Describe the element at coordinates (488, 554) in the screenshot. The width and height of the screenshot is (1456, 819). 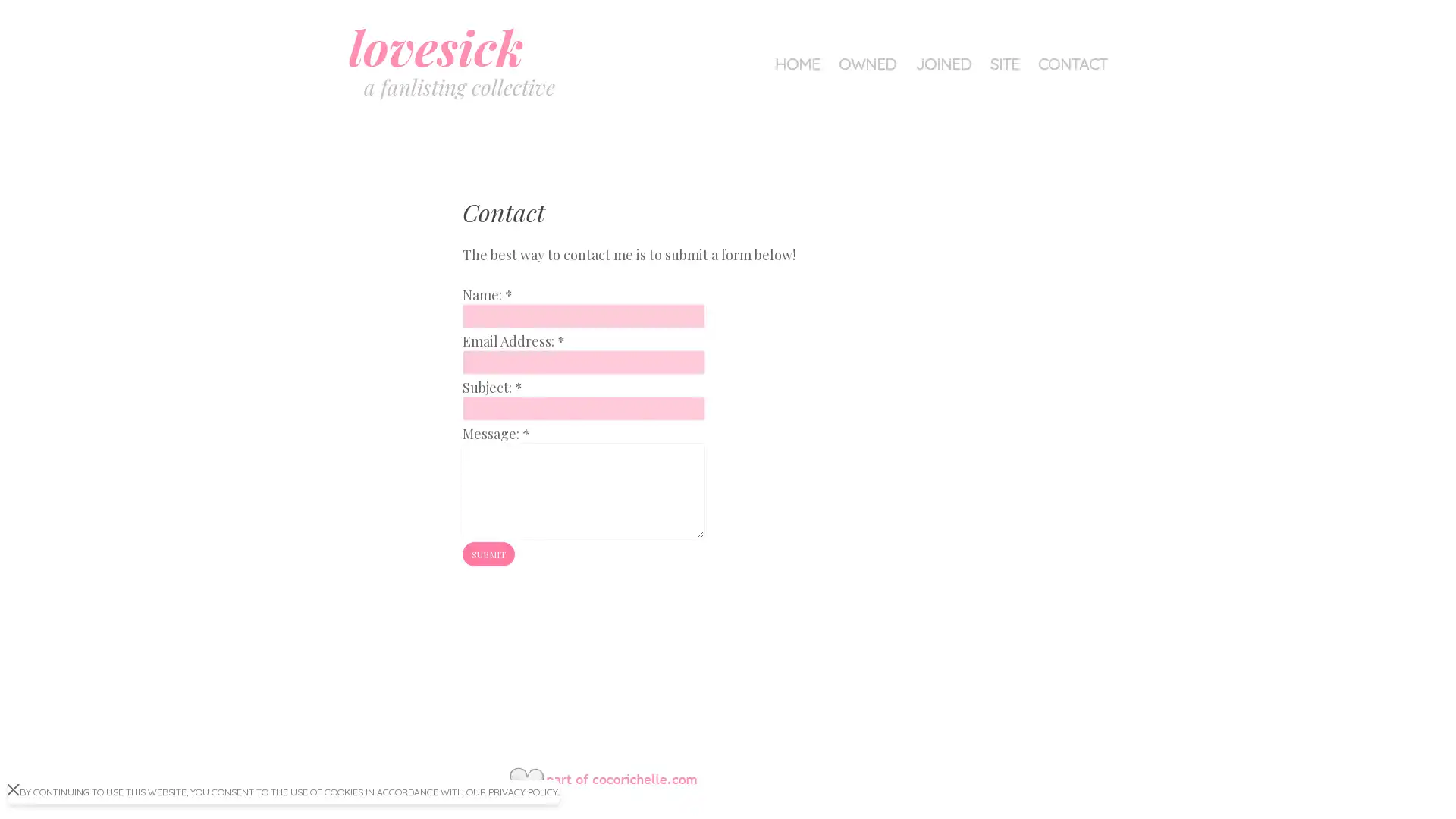
I see `Submit` at that location.